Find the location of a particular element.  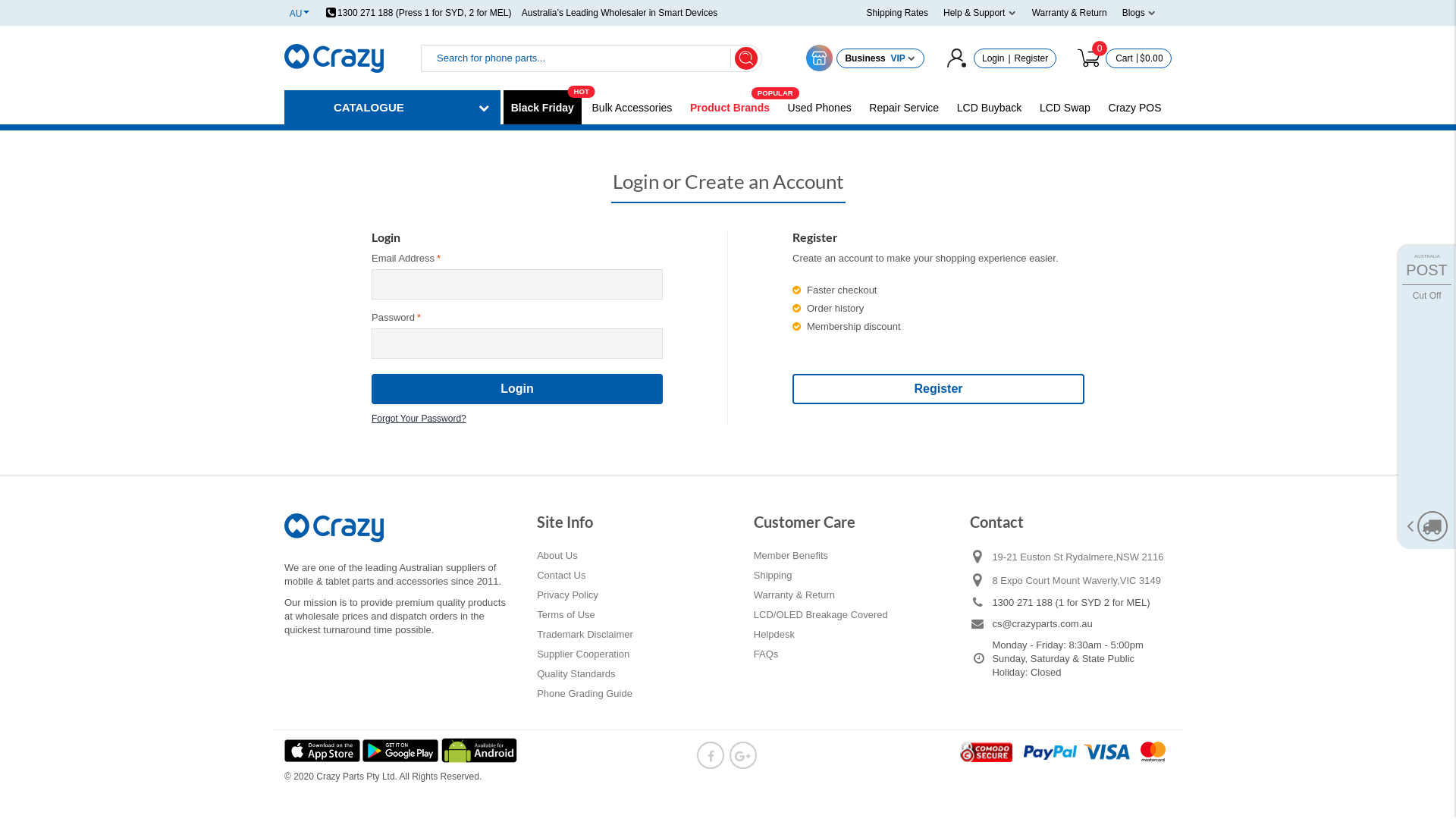

'FAQs' is located at coordinates (766, 654).